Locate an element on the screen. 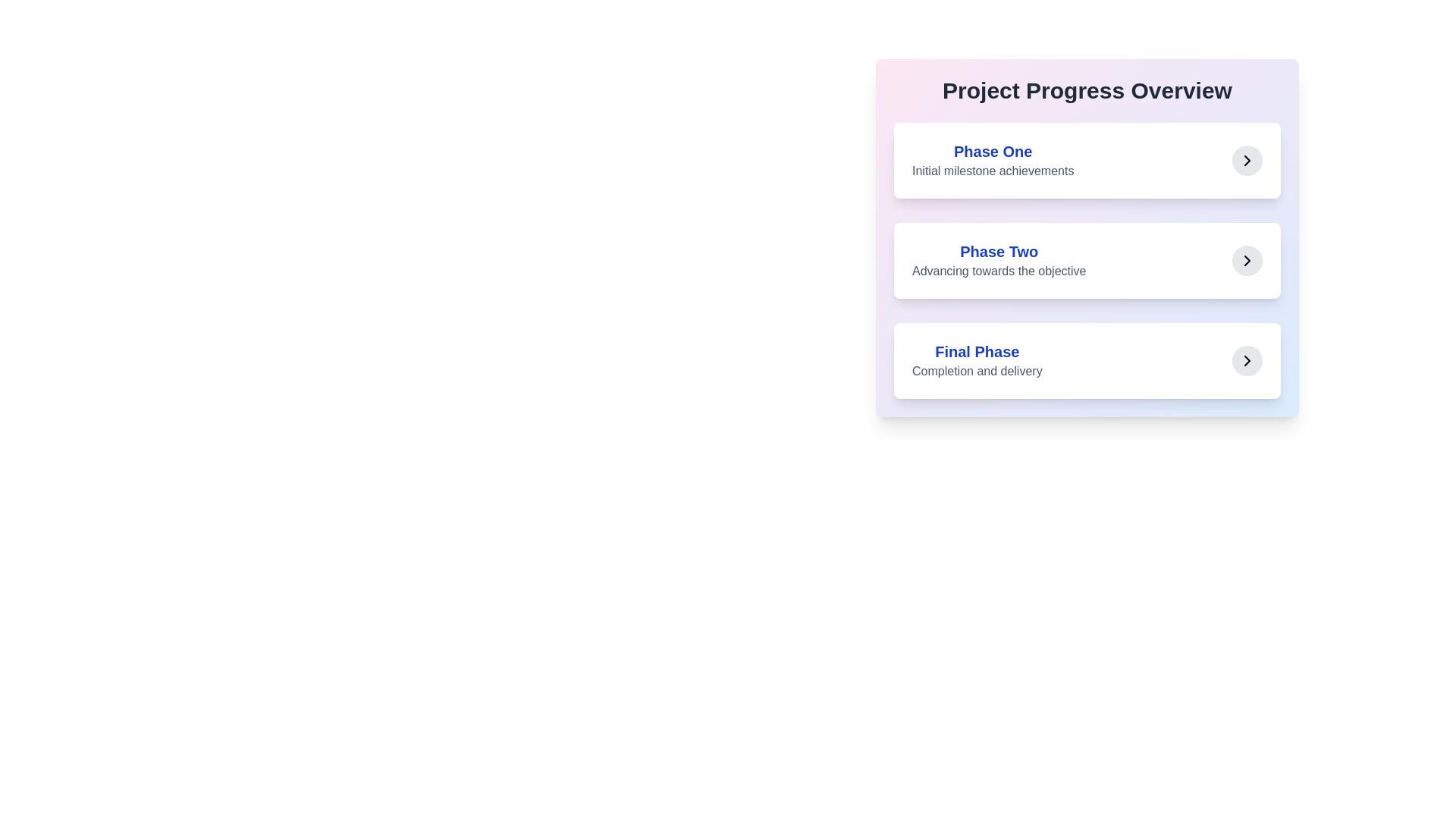 The width and height of the screenshot is (1456, 819). the chevron-shaped icon button located on the right side of the 'Phase Two' row is located at coordinates (1247, 259).